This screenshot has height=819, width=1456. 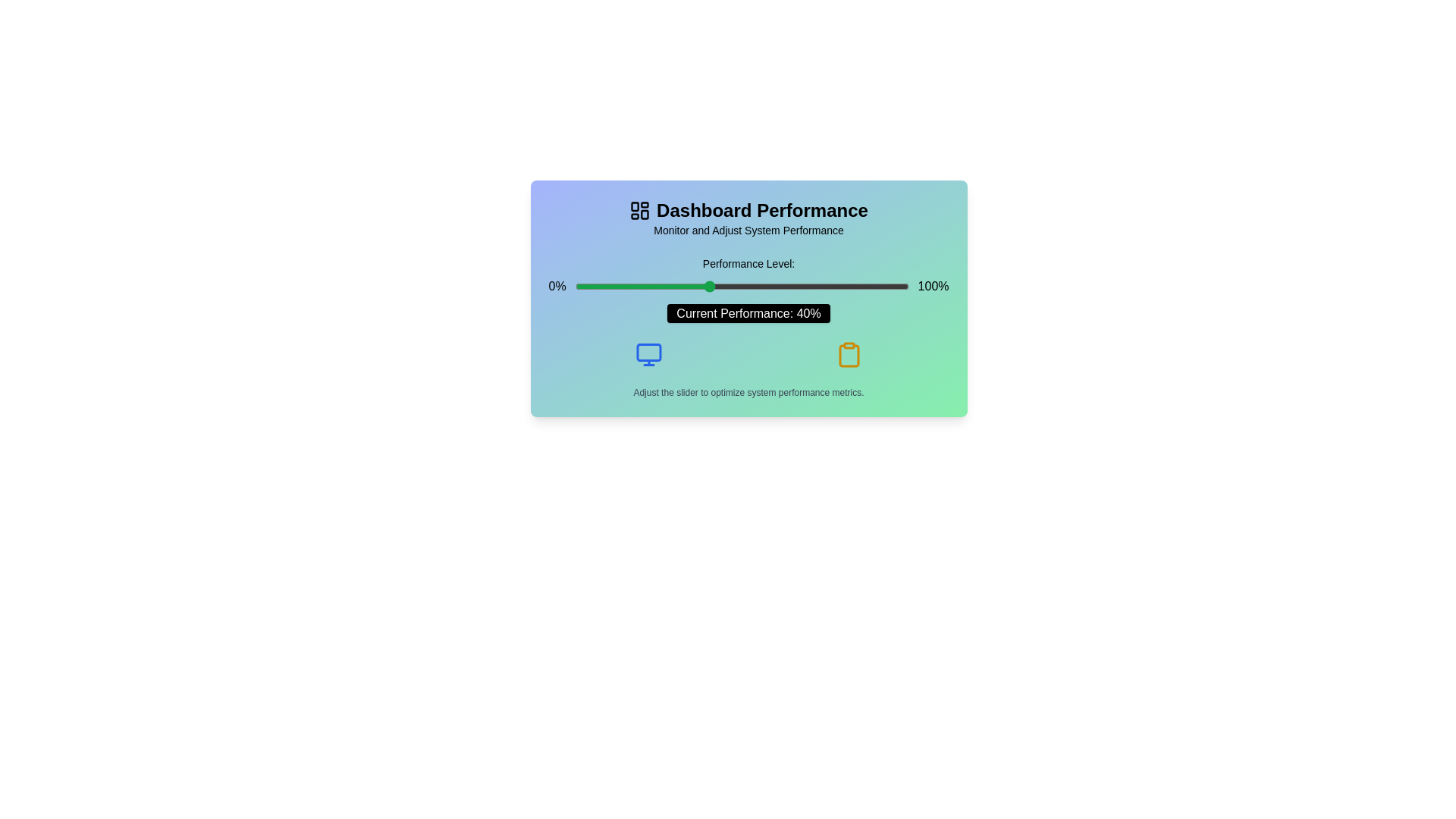 What do you see at coordinates (828, 287) in the screenshot?
I see `the slider to set the performance level to 76%` at bounding box center [828, 287].